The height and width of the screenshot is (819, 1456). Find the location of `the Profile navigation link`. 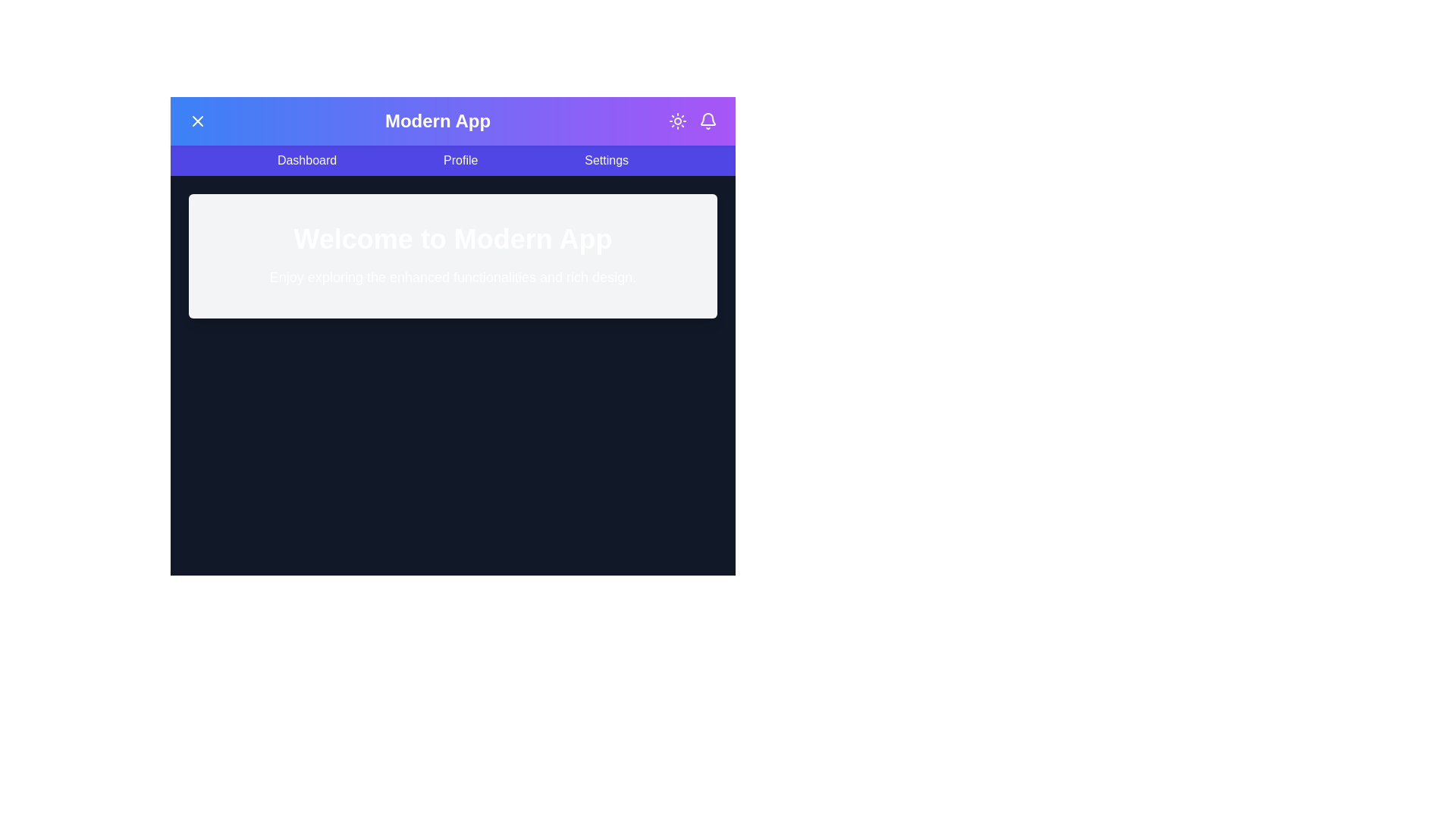

the Profile navigation link is located at coordinates (459, 161).